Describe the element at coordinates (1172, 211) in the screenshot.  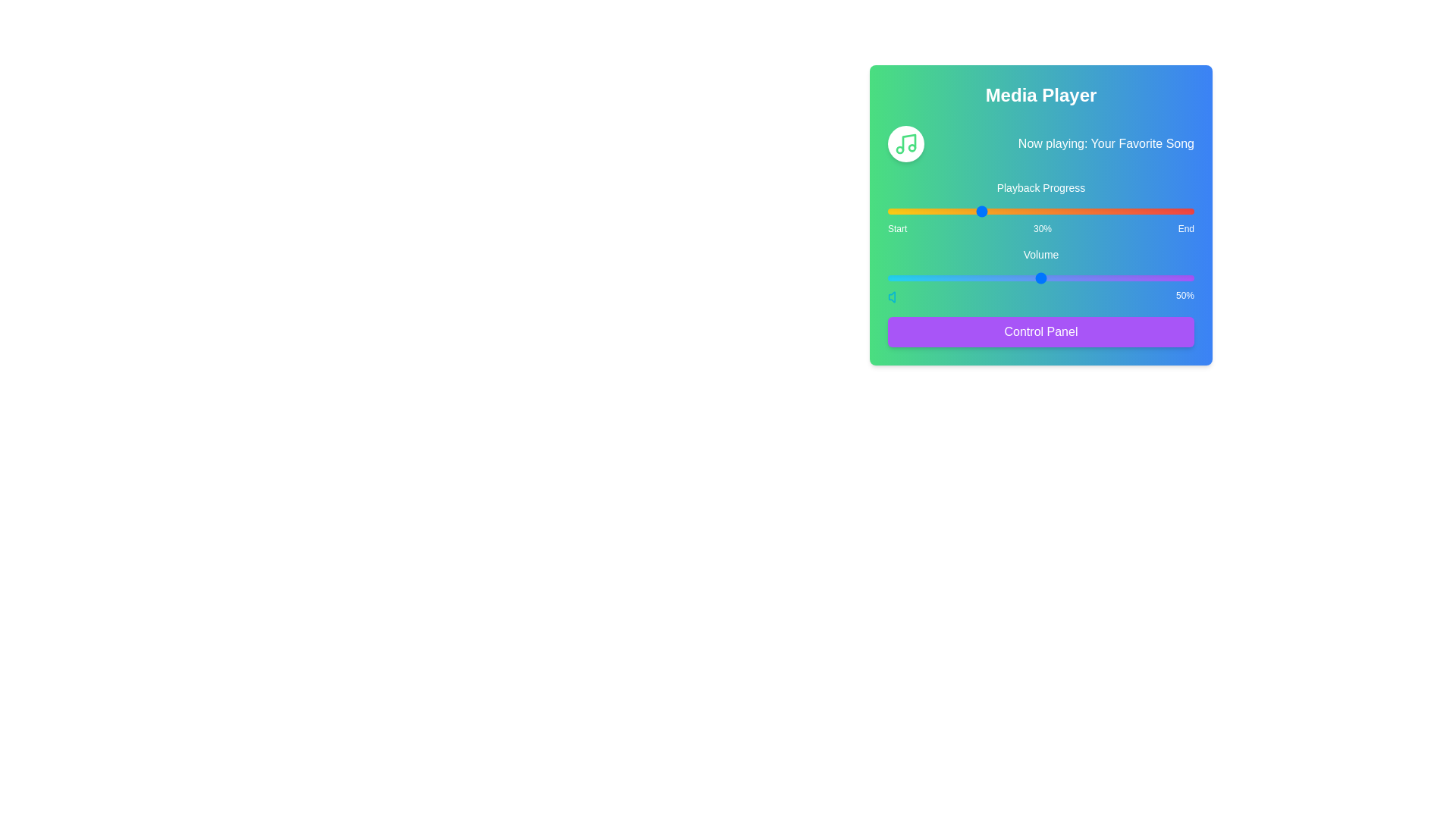
I see `the playback progress to 93% by interacting with the slider` at that location.